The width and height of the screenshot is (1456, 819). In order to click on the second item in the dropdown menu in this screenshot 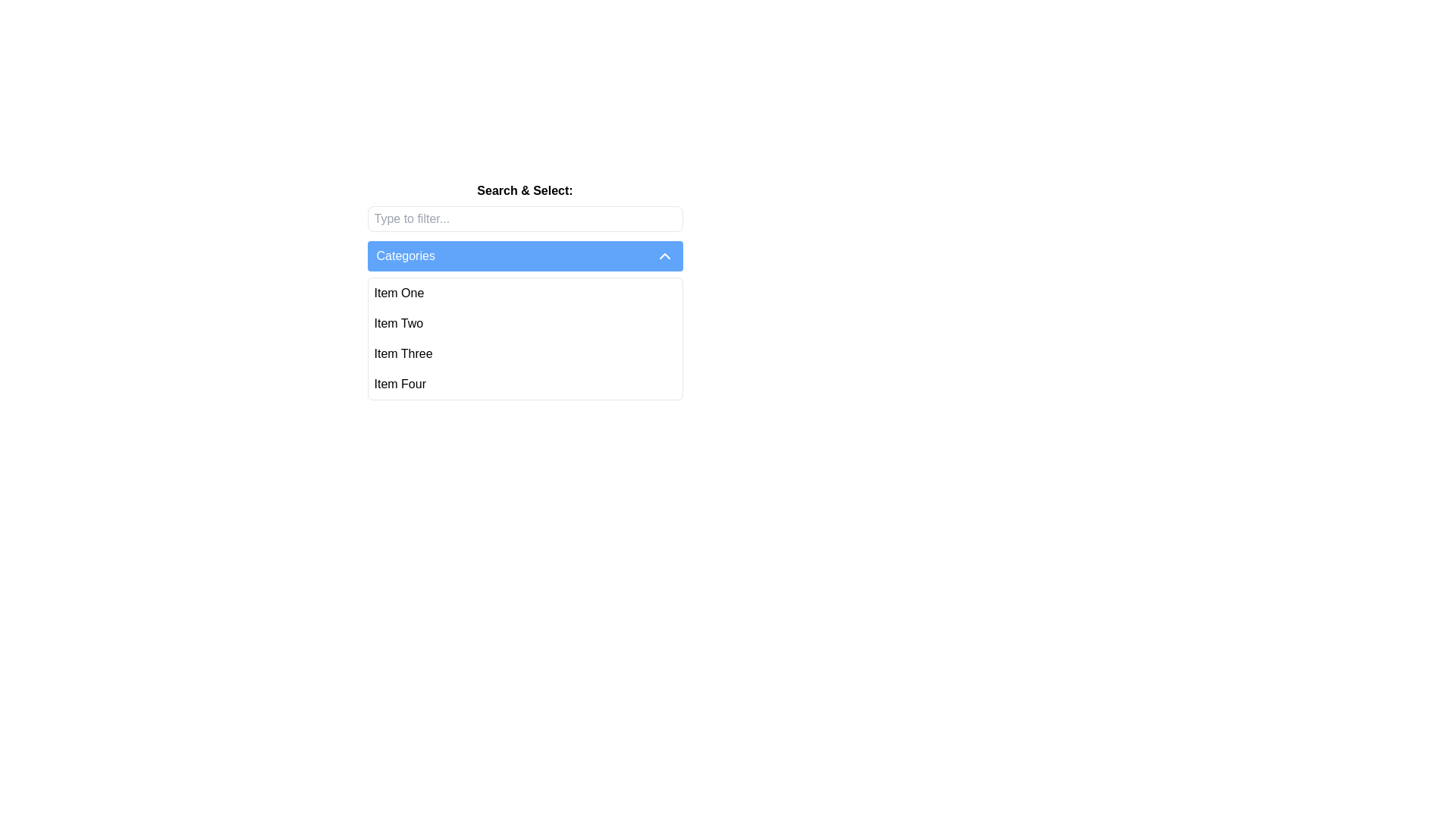, I will do `click(525, 323)`.